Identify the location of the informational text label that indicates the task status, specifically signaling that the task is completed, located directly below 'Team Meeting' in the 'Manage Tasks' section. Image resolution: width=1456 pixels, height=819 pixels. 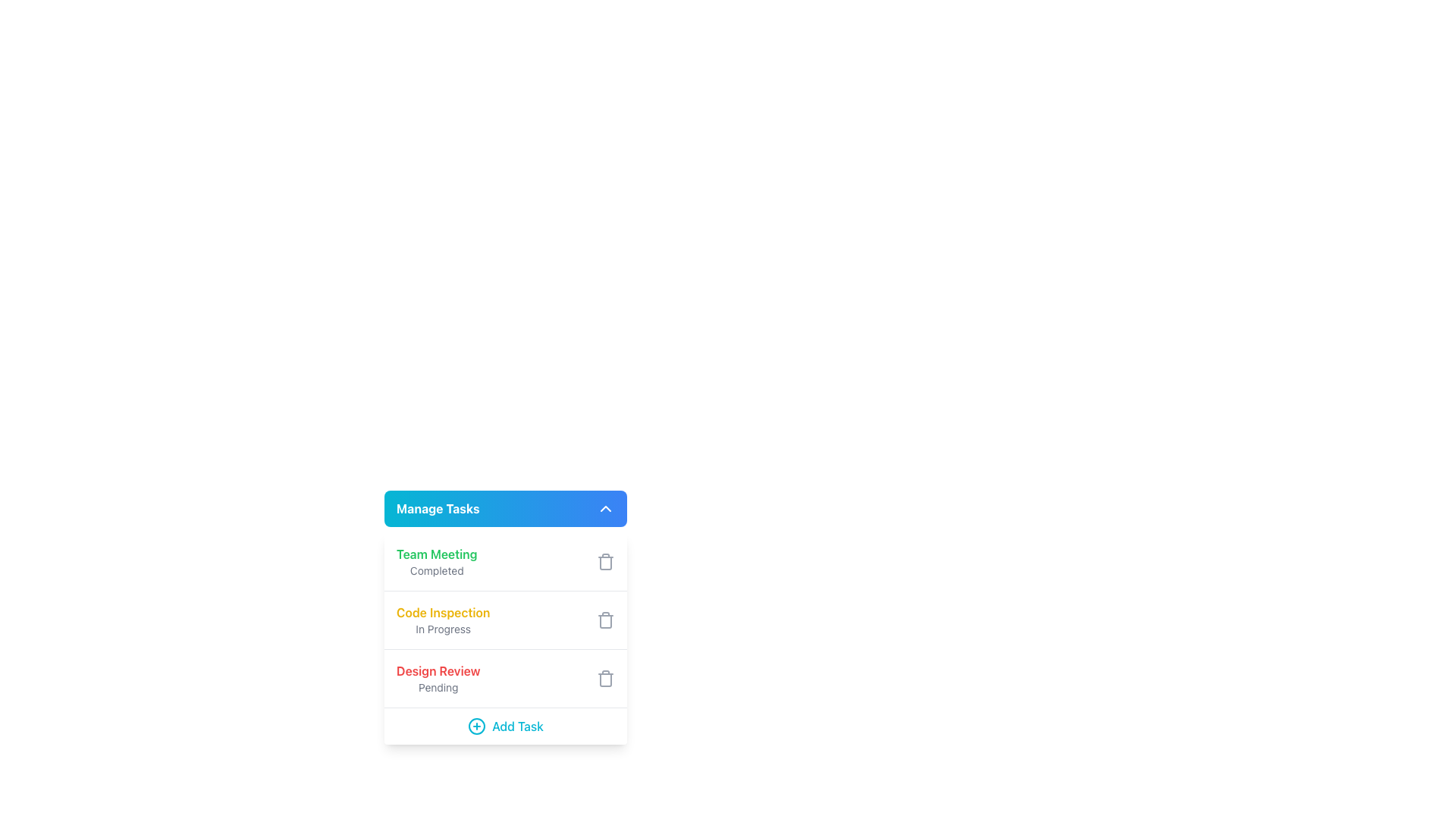
(436, 570).